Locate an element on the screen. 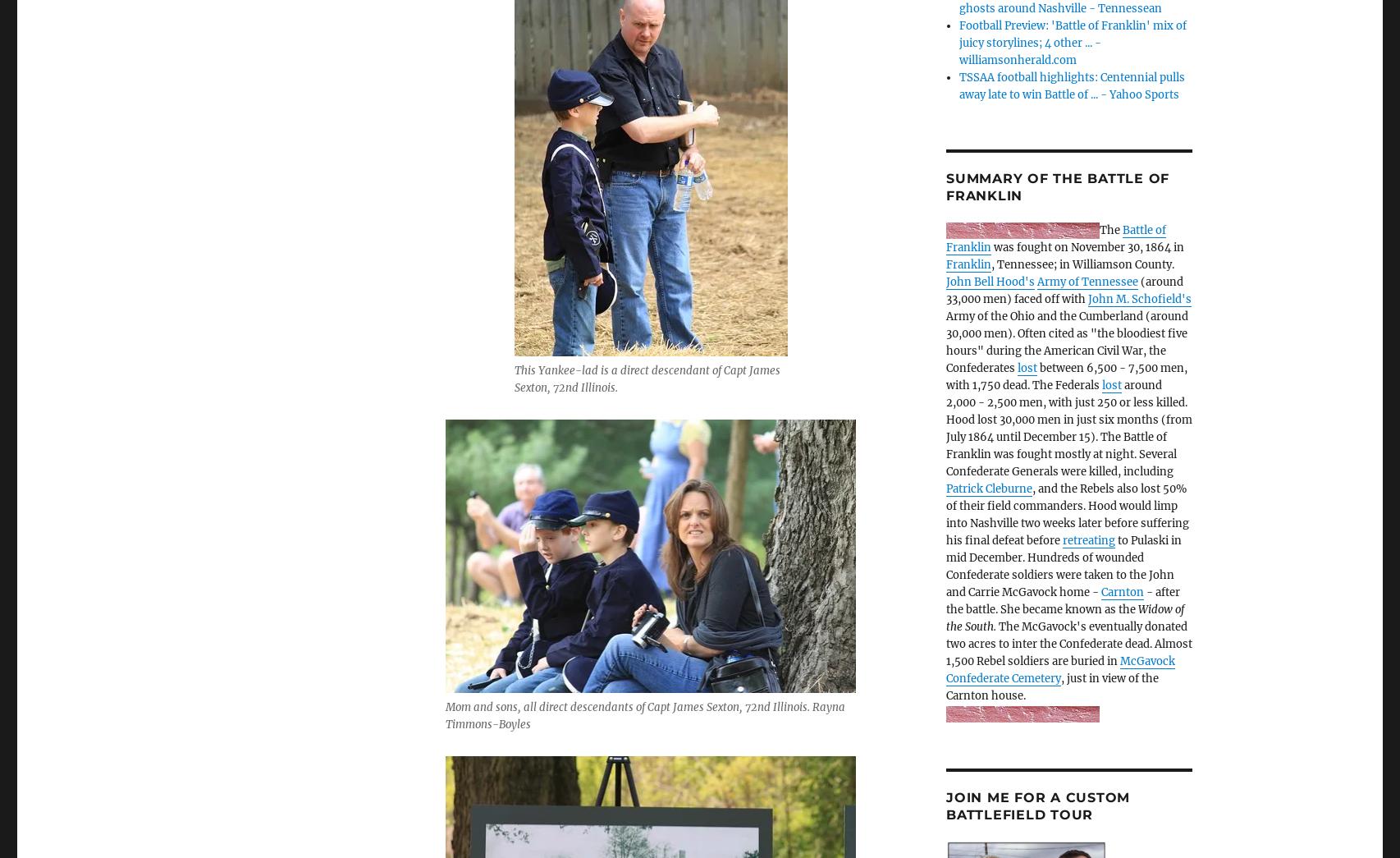 This screenshot has width=1400, height=858. 'Mom and sons, all direct descendants of Capt James Sexton, 72nd Illinois. Rayna Timmons-Boyles' is located at coordinates (644, 714).